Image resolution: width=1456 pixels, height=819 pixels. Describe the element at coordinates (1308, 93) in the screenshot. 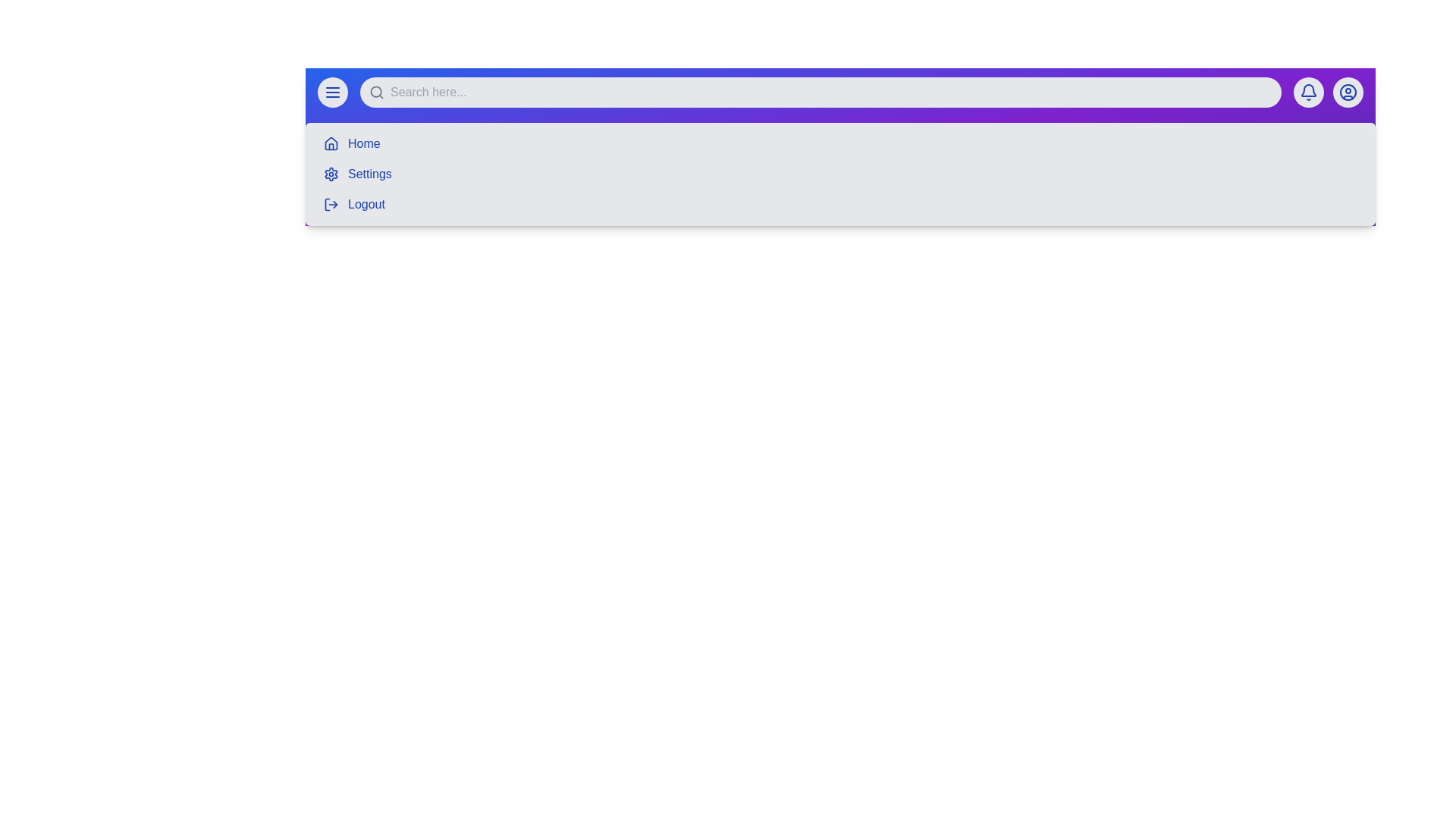

I see `the notifications button` at that location.